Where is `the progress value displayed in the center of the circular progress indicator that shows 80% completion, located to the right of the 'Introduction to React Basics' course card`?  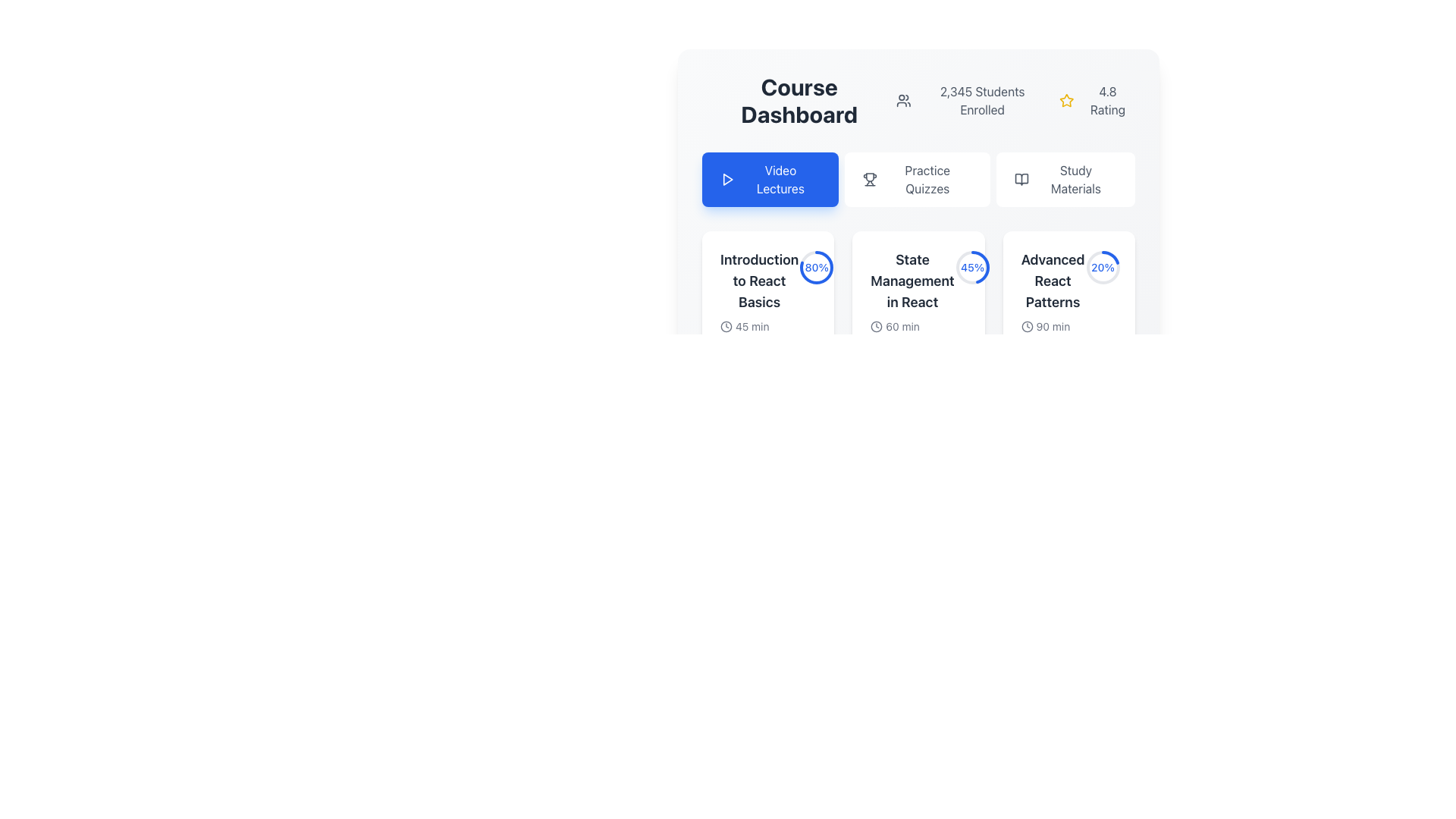
the progress value displayed in the center of the circular progress indicator that shows 80% completion, located to the right of the 'Introduction to React Basics' course card is located at coordinates (816, 267).